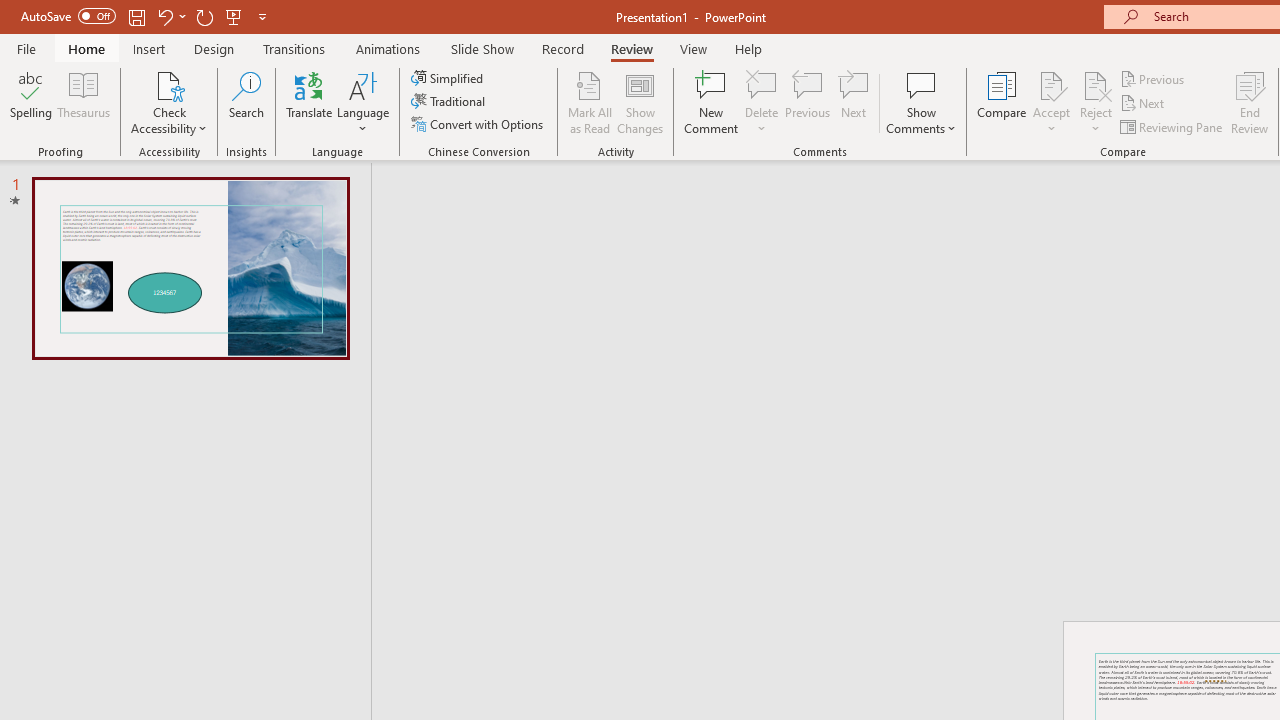  What do you see at coordinates (920, 103) in the screenshot?
I see `'Show Comments'` at bounding box center [920, 103].